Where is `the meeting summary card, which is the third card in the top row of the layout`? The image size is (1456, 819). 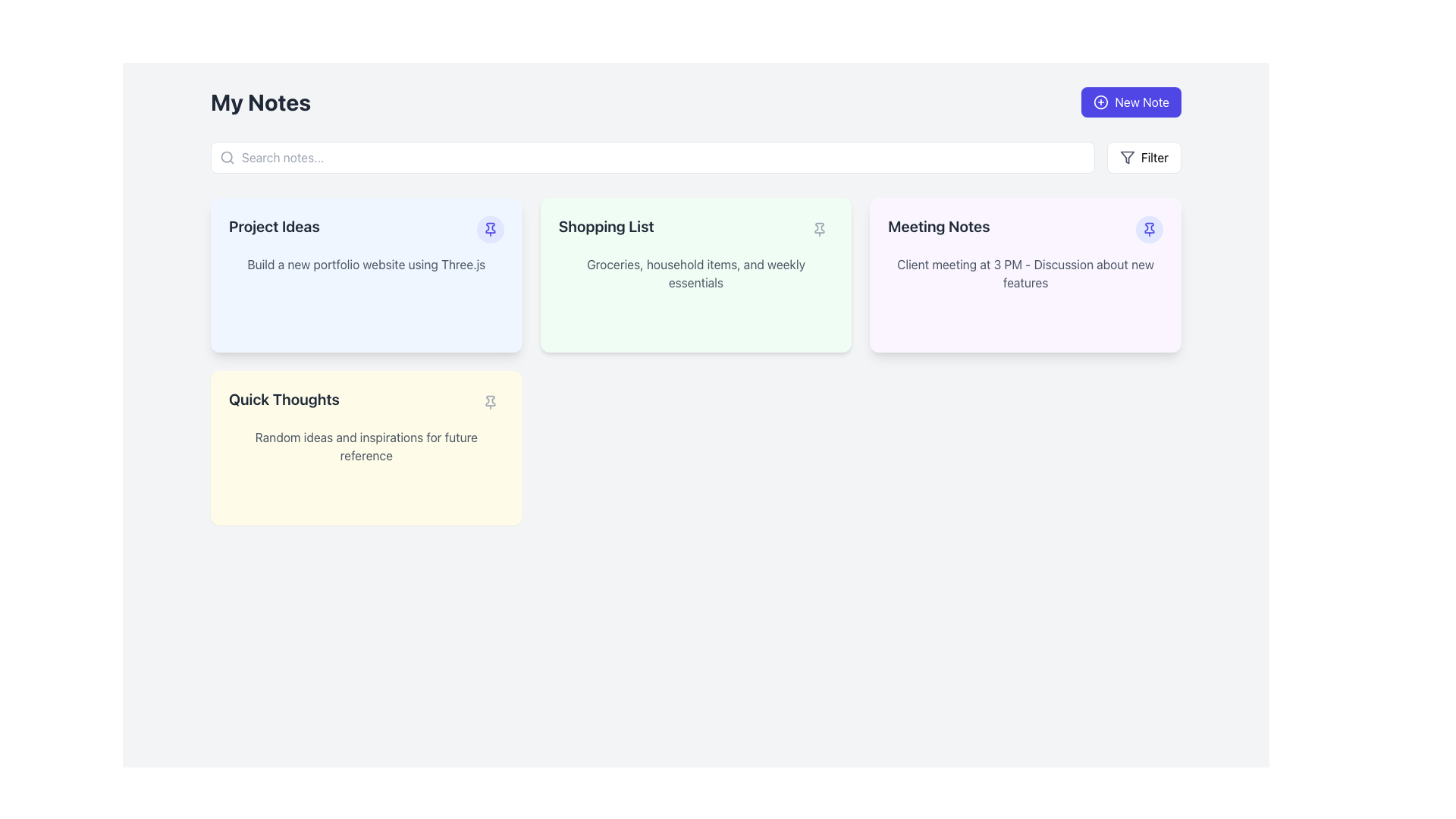
the meeting summary card, which is the third card in the top row of the layout is located at coordinates (1025, 275).